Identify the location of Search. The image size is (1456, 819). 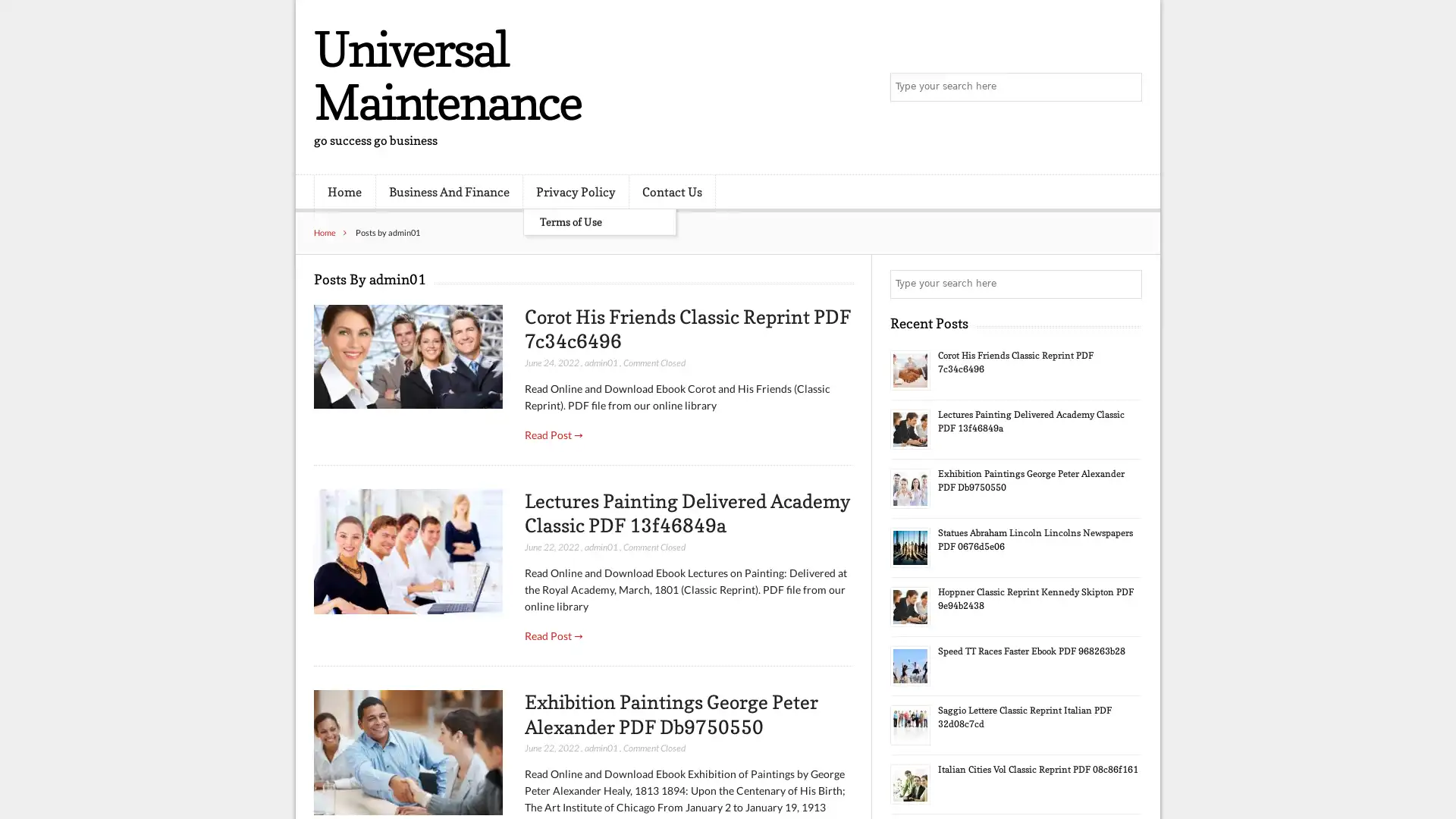
(1126, 284).